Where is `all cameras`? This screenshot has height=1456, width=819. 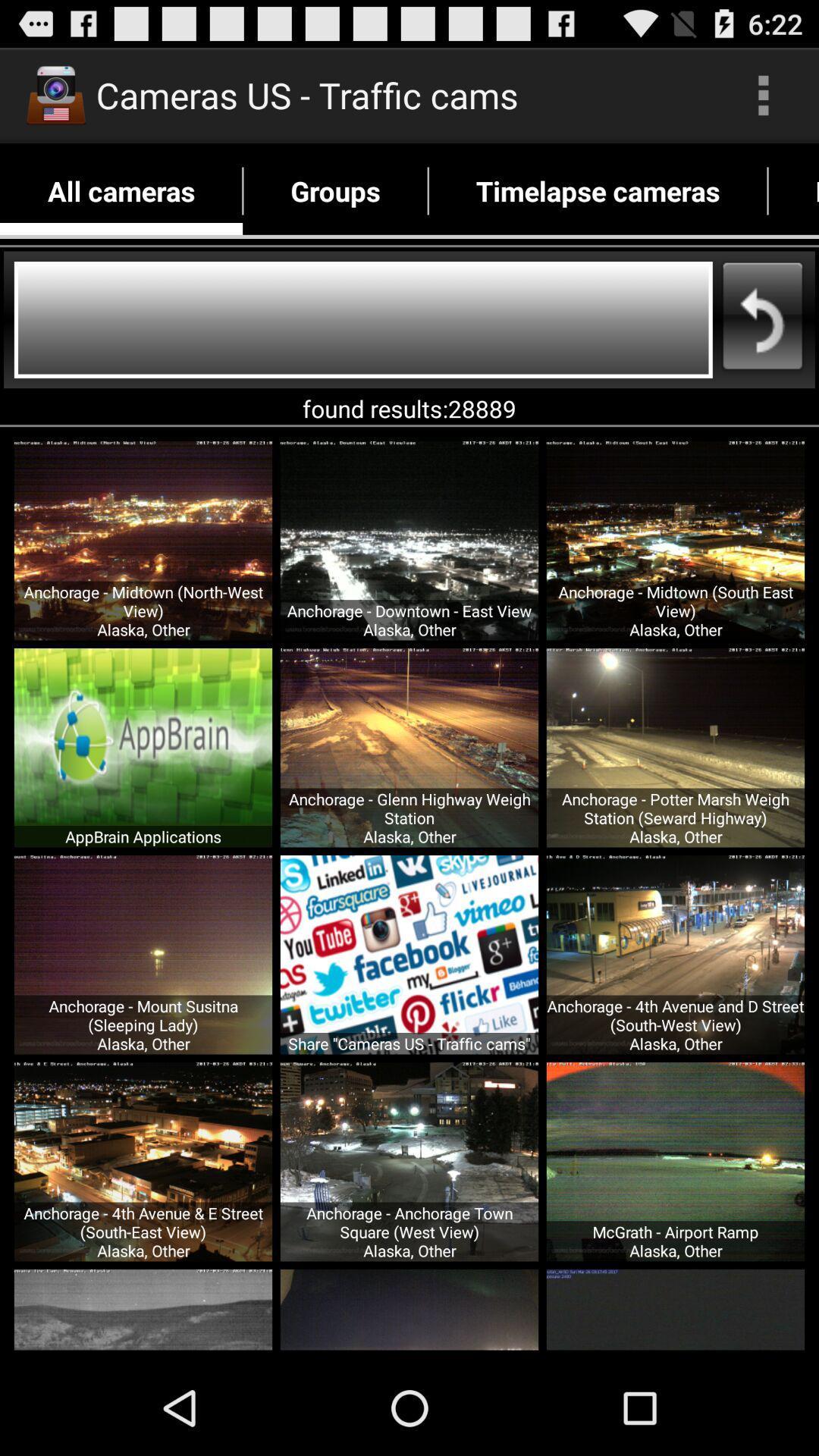
all cameras is located at coordinates (121, 190).